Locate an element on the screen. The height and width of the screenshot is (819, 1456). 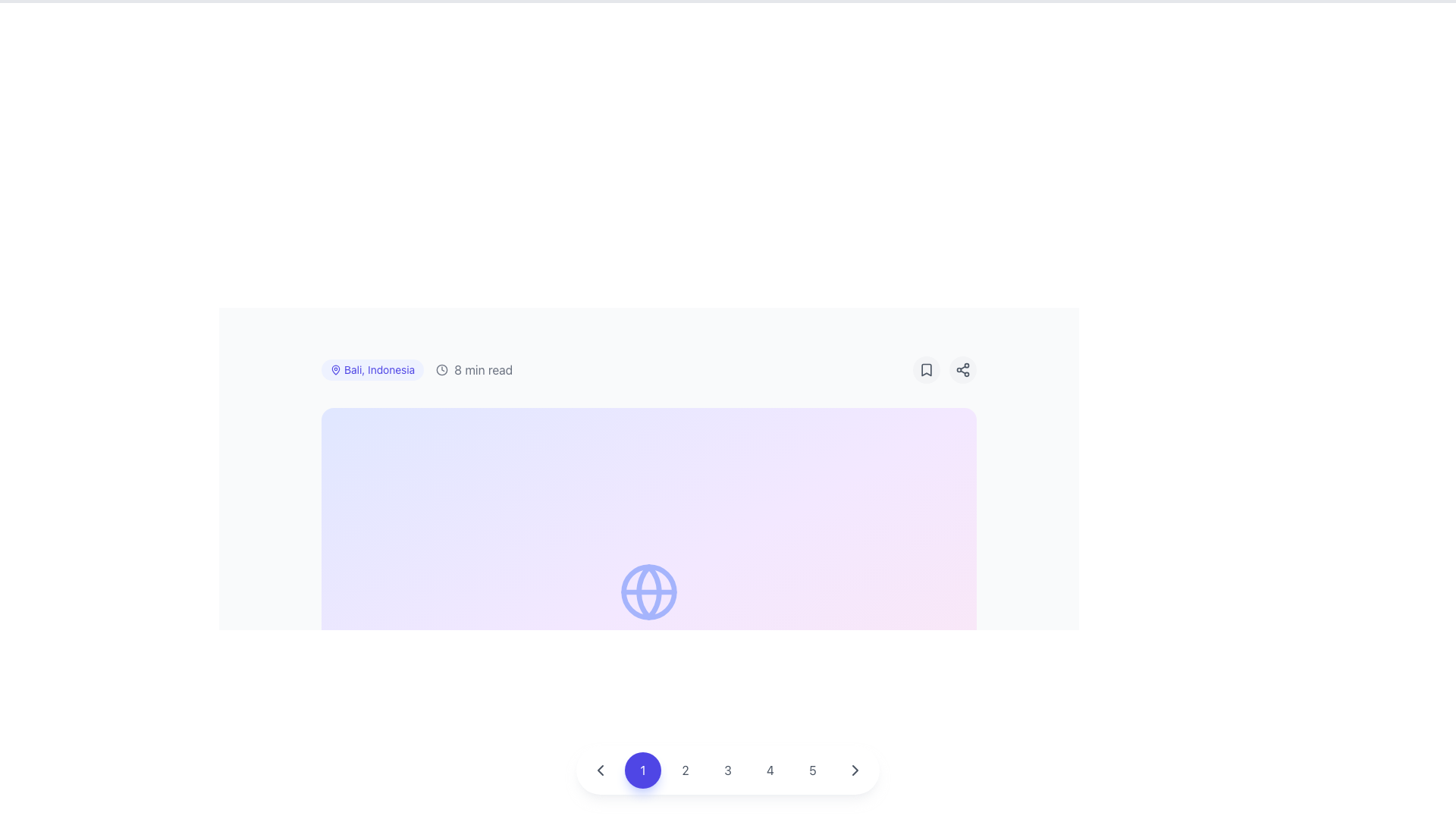
the third page number button in the pagination control is located at coordinates (728, 770).